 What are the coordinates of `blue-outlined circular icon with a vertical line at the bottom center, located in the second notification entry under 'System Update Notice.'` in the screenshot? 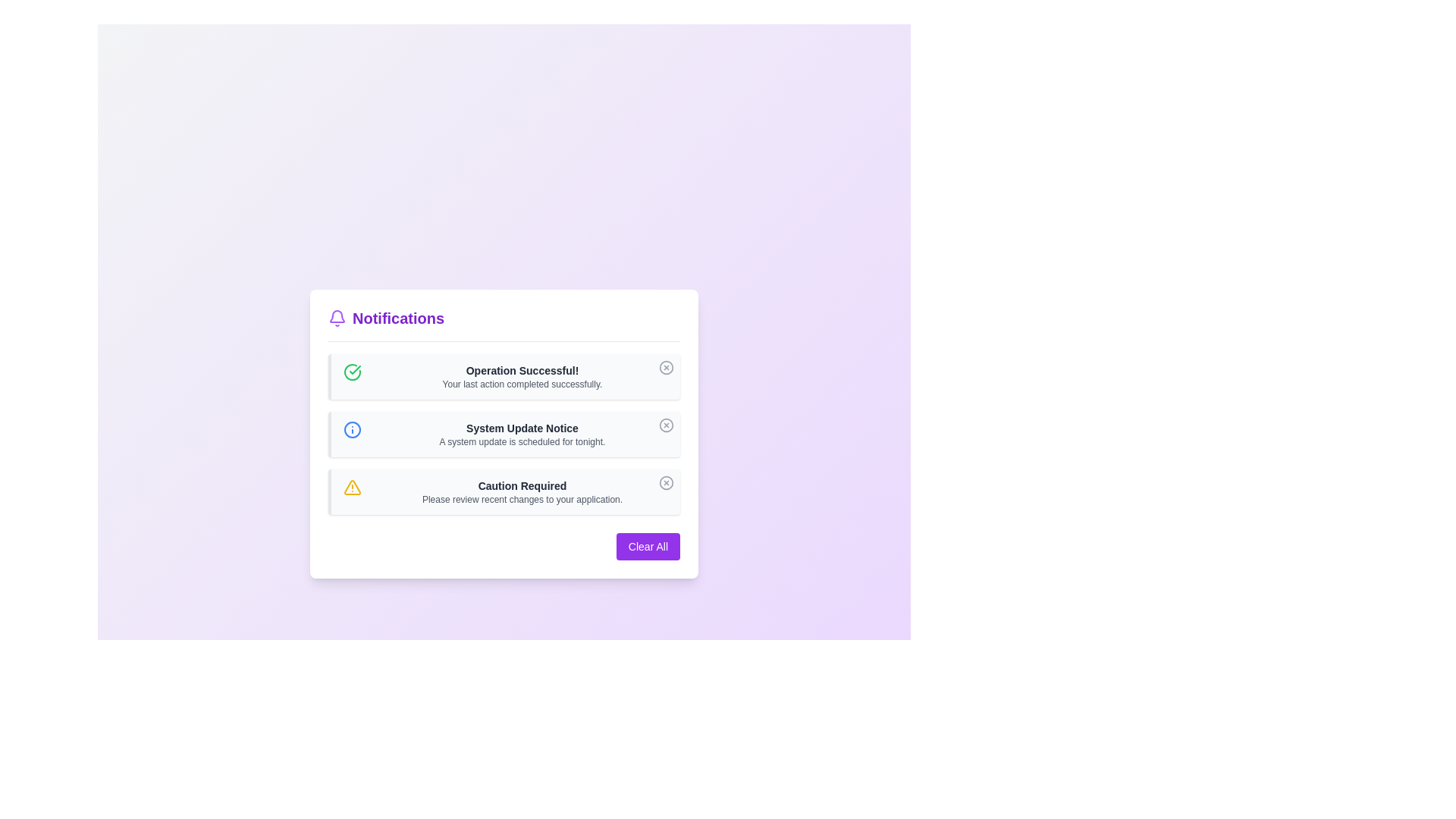 It's located at (352, 429).